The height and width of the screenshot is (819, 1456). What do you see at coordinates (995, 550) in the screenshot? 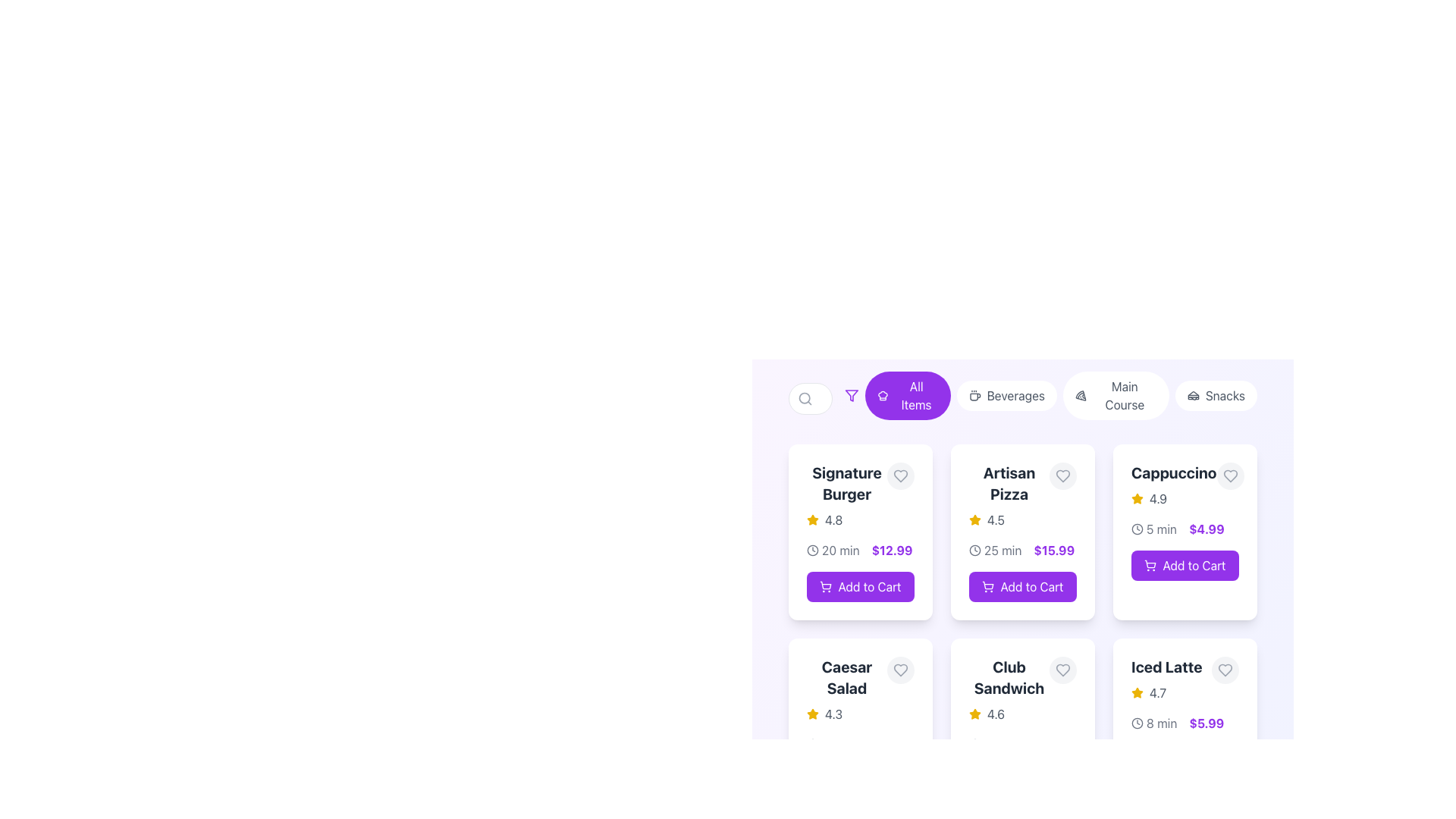
I see `the Time indicator label displaying '25 min' which conveys estimated preparation or delivery time for a product or service` at bounding box center [995, 550].